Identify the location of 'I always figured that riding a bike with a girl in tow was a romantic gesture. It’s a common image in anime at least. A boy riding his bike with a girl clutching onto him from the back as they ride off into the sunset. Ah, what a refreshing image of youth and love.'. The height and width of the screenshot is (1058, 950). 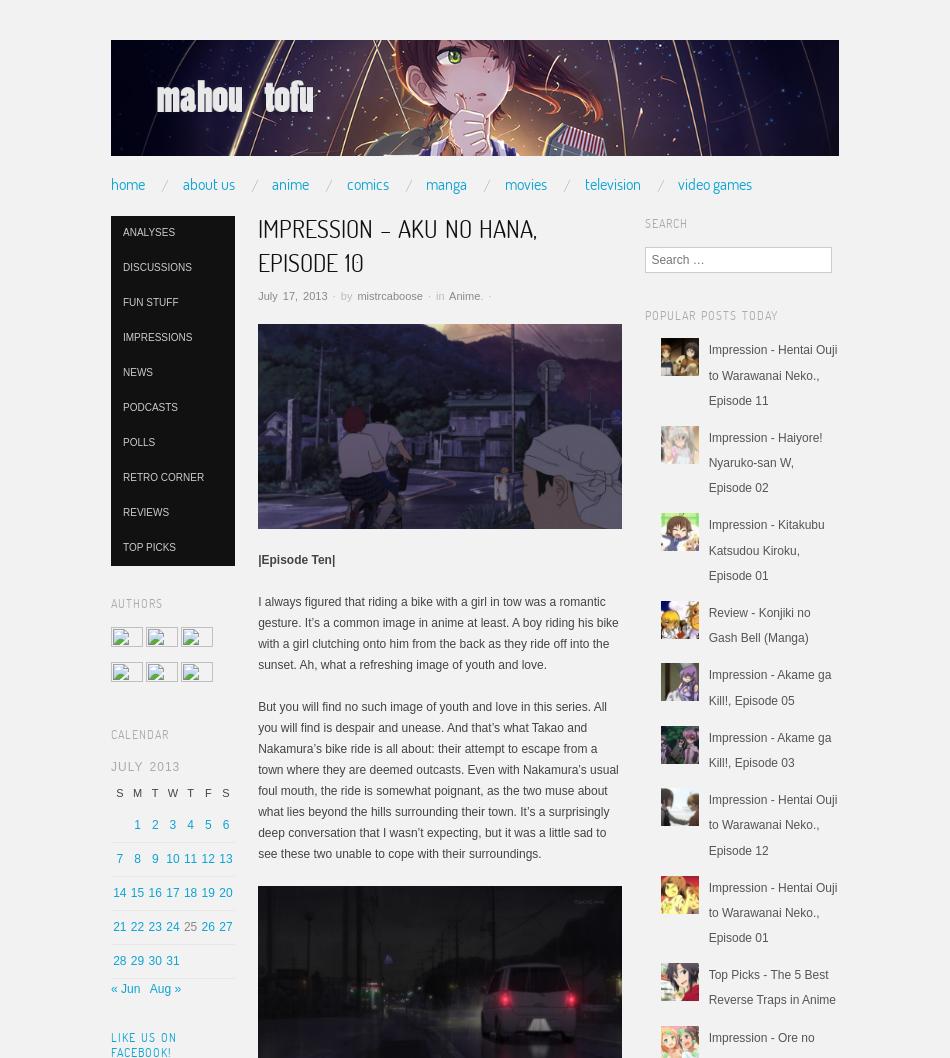
(437, 631).